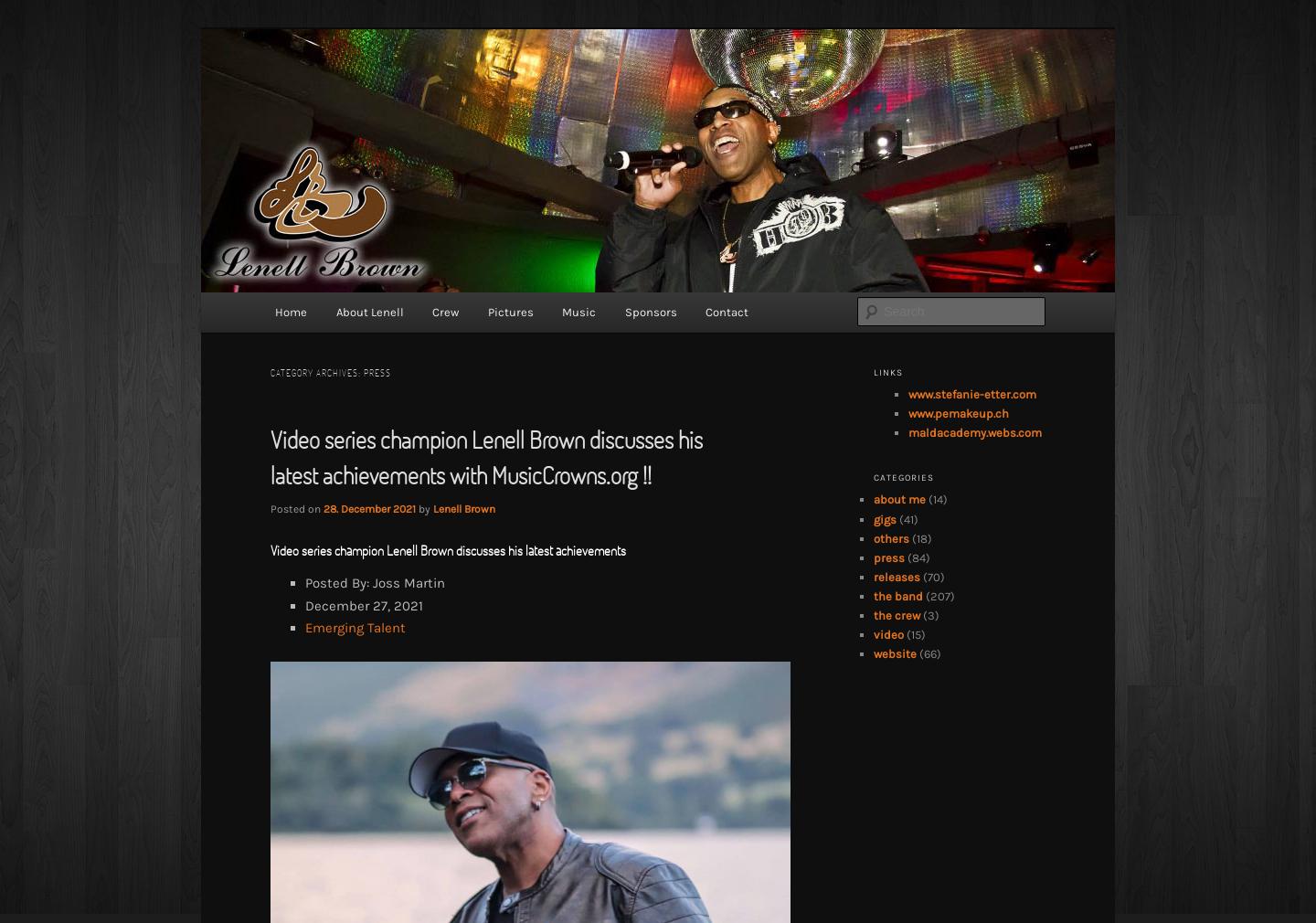 This screenshot has width=1316, height=923. Describe the element at coordinates (270, 372) in the screenshot. I see `'Category Archives:'` at that location.